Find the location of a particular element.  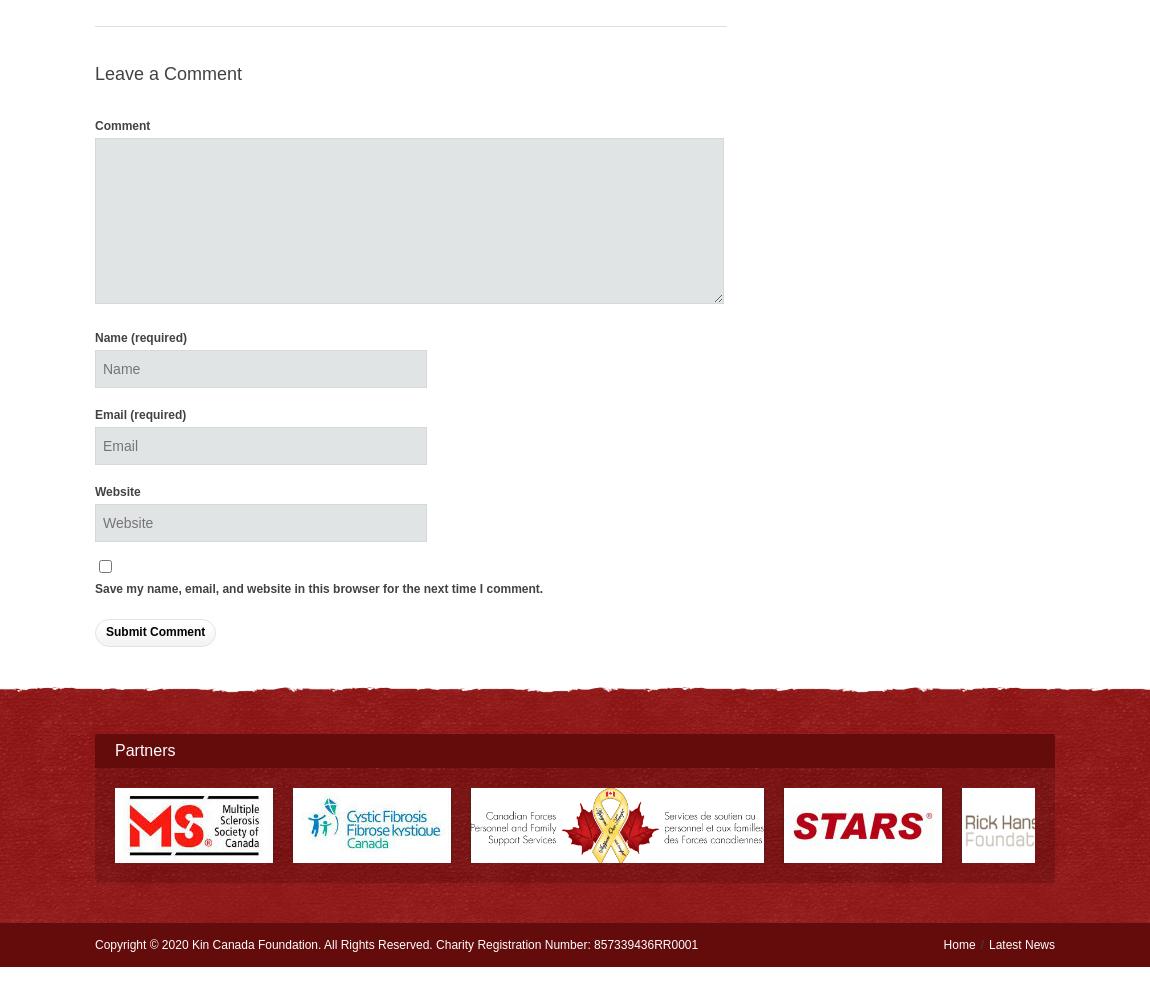

'Copyright © 2020 Kin Canada Foundation. All Rights Reserved. Charity Registration Number: 857339436RR0001' is located at coordinates (396, 943).